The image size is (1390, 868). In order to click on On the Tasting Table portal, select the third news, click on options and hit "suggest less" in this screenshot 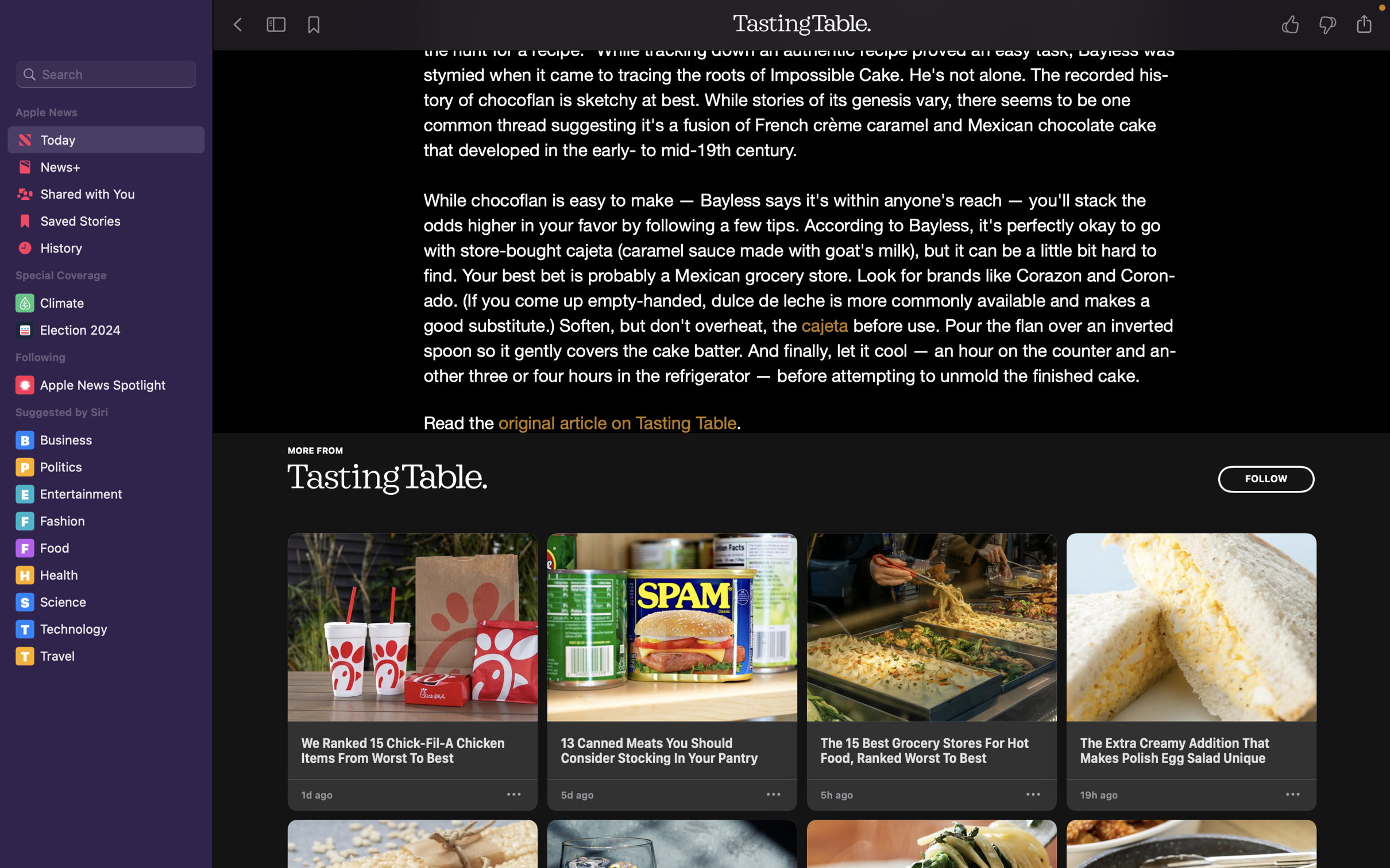, I will do `click(1032, 795)`.